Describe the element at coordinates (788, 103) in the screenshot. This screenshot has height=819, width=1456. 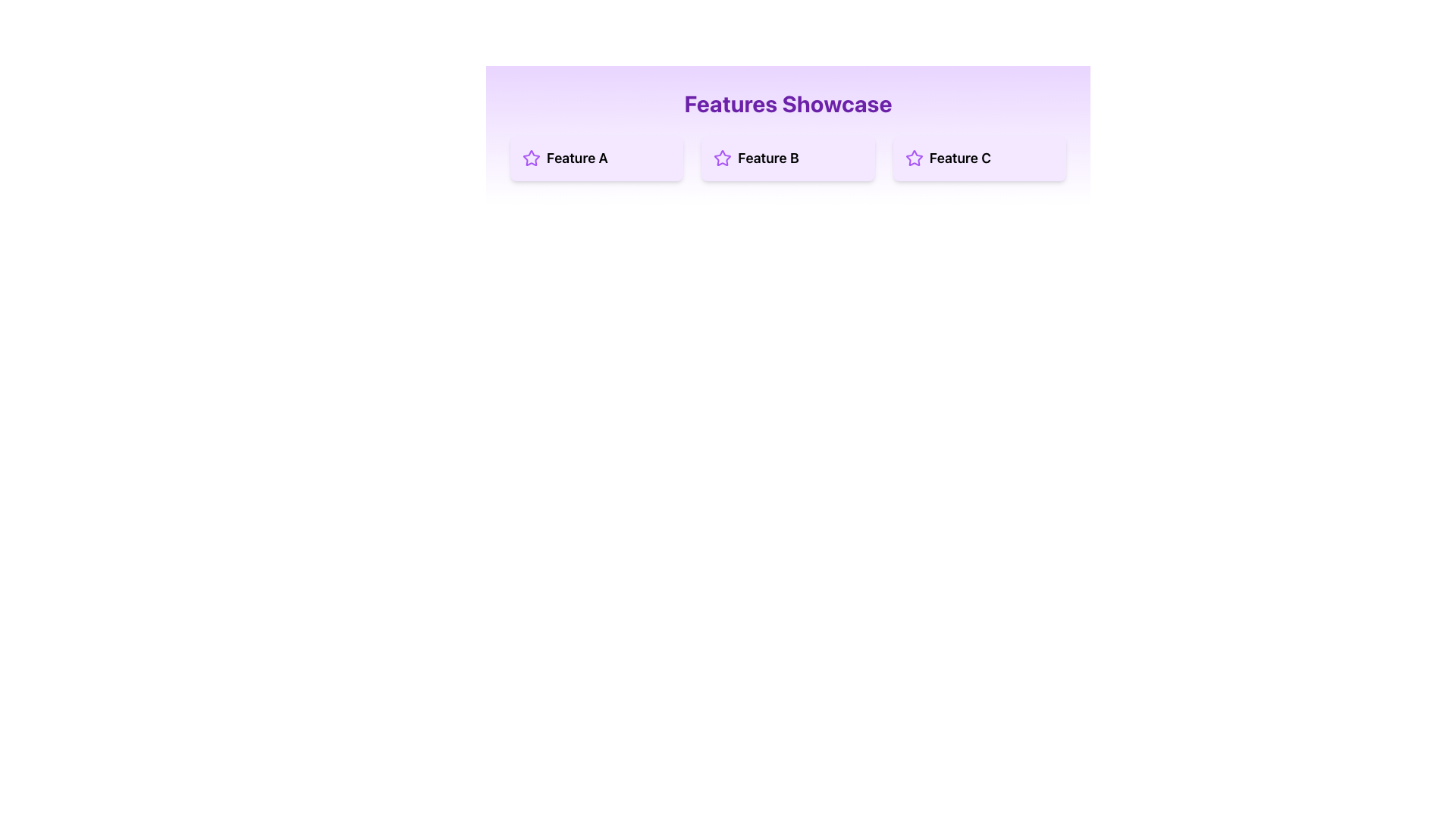
I see `the heading text label 'Features Showcase' which is bold, large, and purple, located at the top central area of the section` at that location.